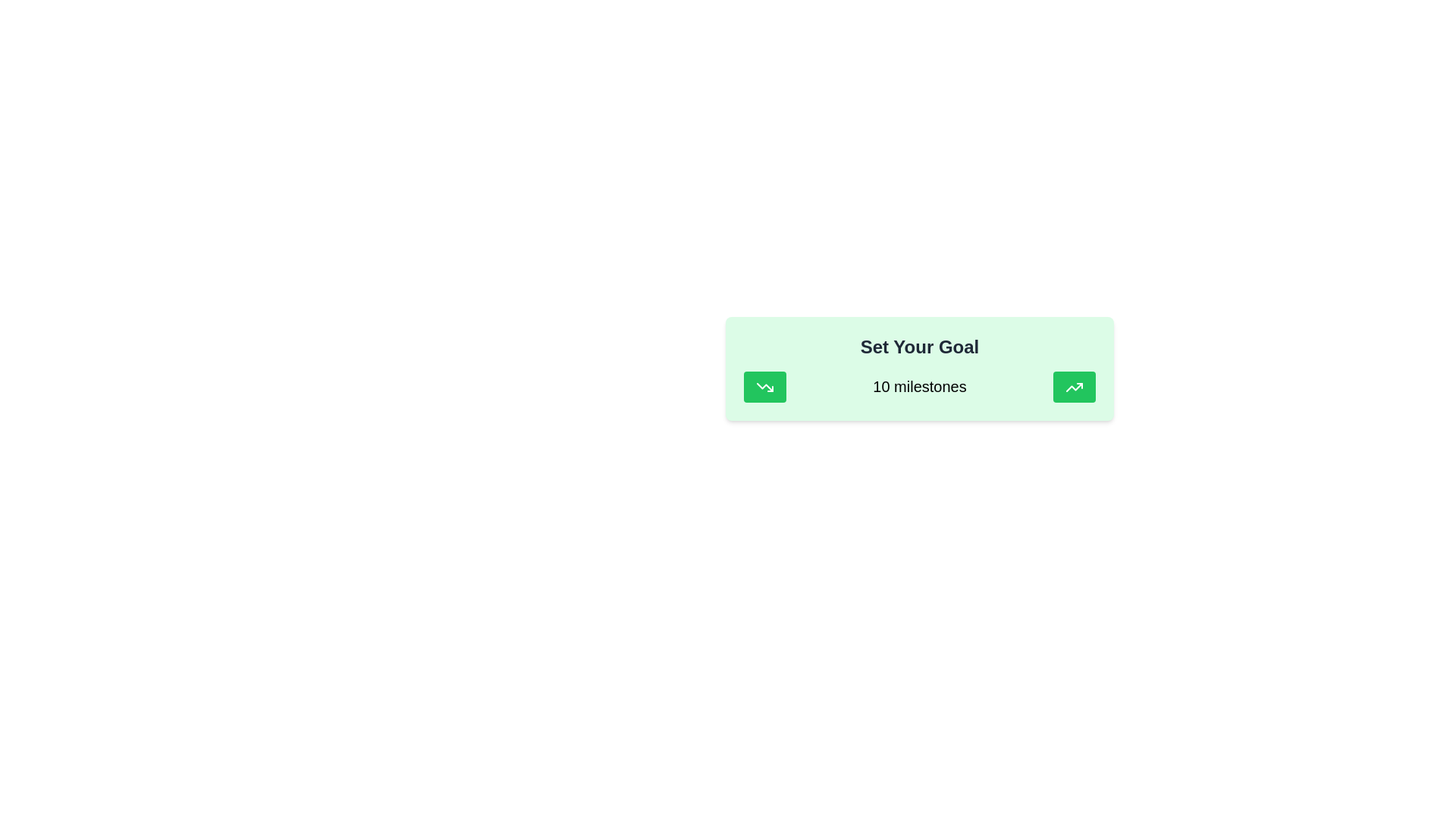 The height and width of the screenshot is (819, 1456). What do you see at coordinates (764, 385) in the screenshot?
I see `the leftmost green button that likely decreases a value, positioned to the left of the '10 milestones' text` at bounding box center [764, 385].